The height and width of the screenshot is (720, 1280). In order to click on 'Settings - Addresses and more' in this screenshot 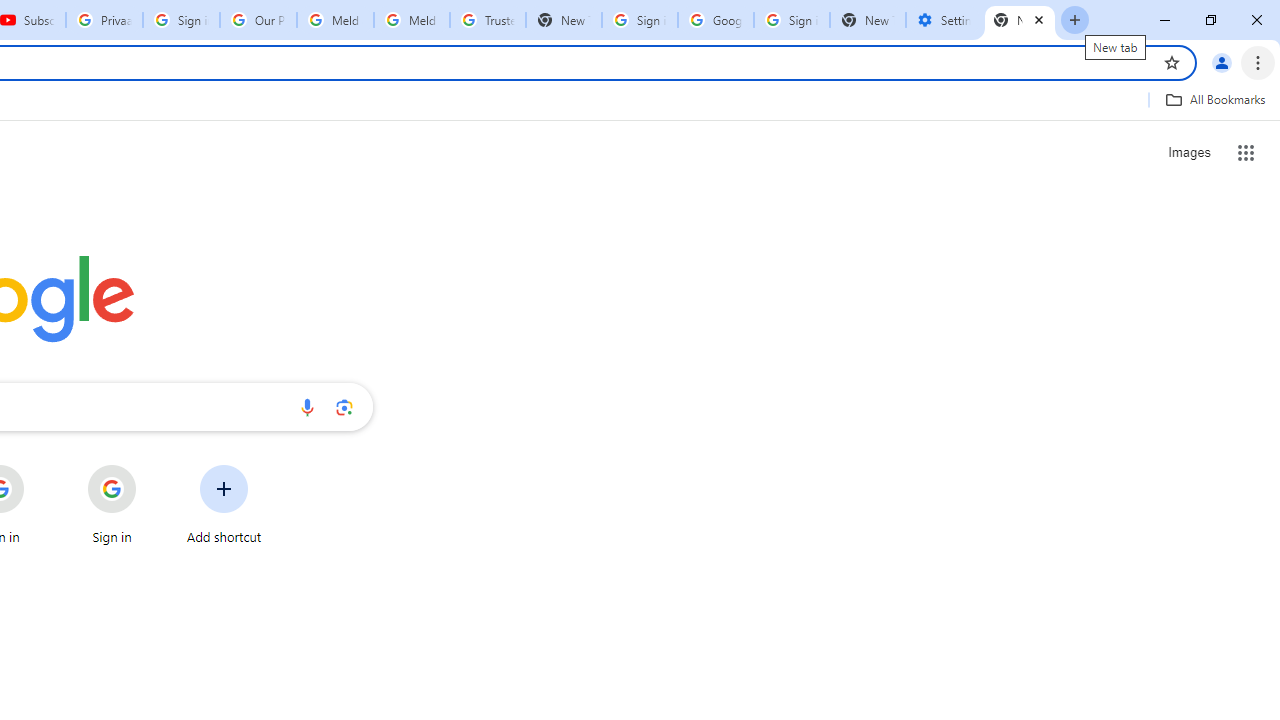, I will do `click(943, 20)`.